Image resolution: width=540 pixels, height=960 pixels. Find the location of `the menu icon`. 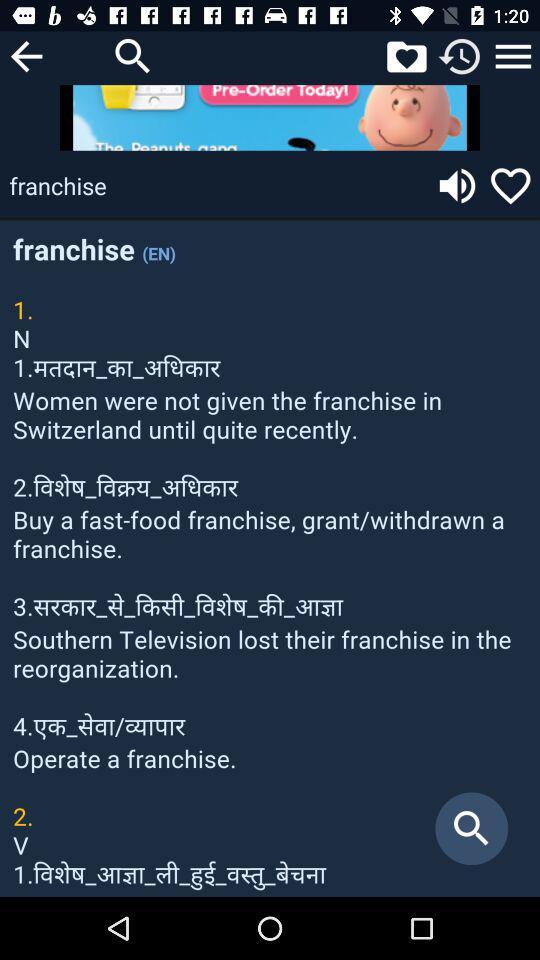

the menu icon is located at coordinates (513, 55).